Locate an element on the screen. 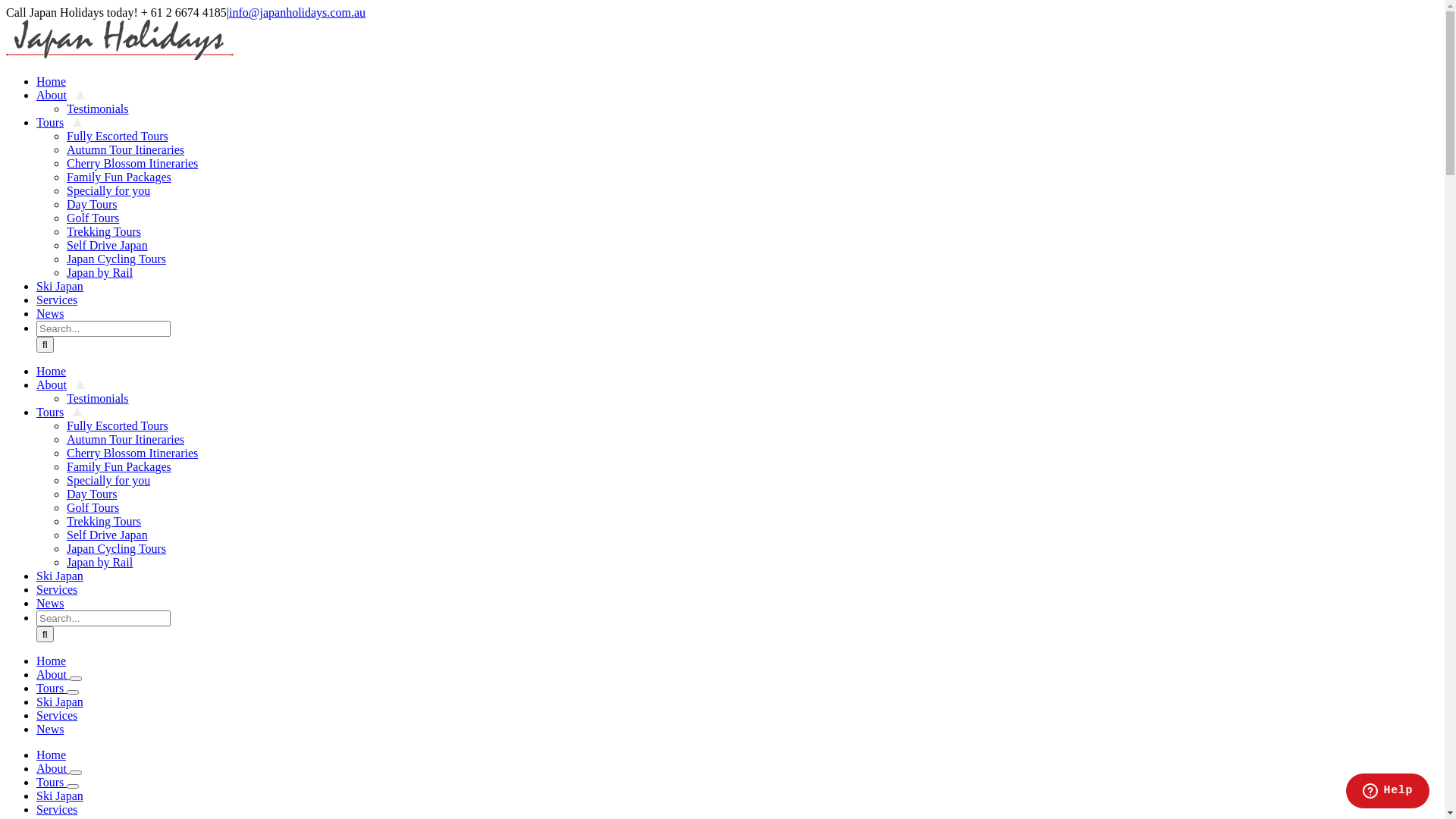  'Home' is located at coordinates (51, 660).